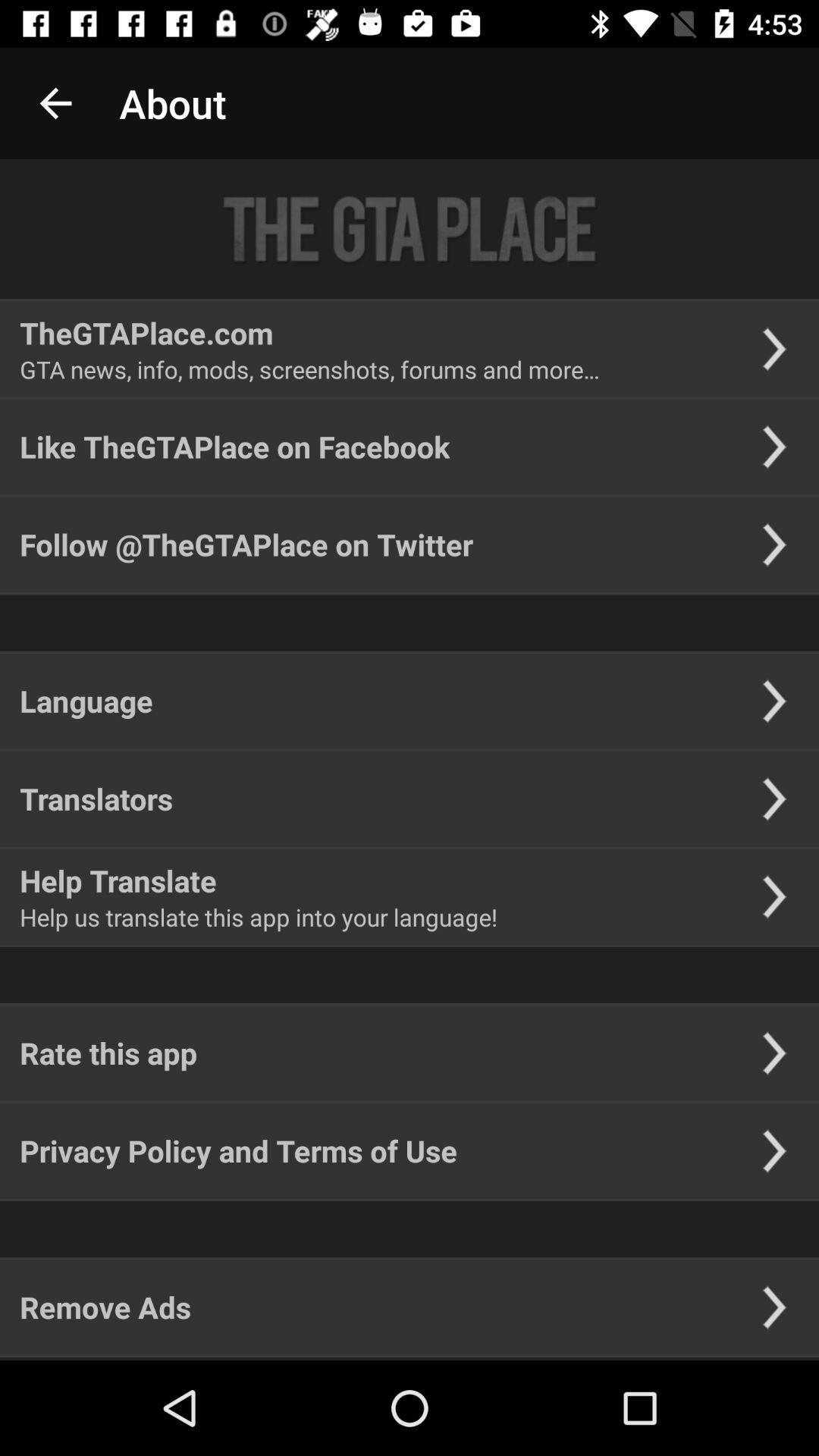  Describe the element at coordinates (96, 798) in the screenshot. I see `the icon below language` at that location.